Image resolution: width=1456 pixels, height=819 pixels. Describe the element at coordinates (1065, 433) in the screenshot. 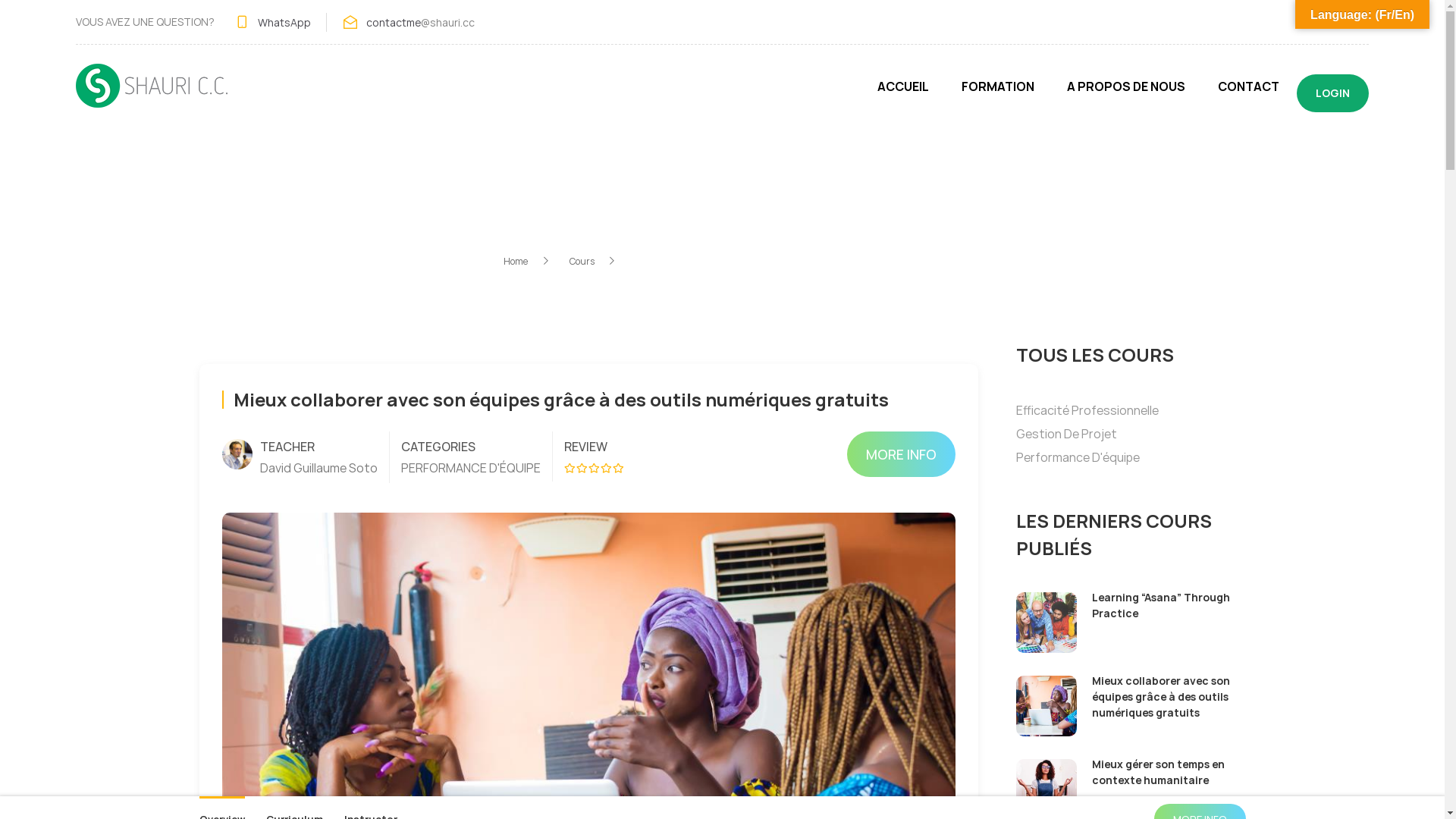

I see `'Gestion De Projet'` at that location.